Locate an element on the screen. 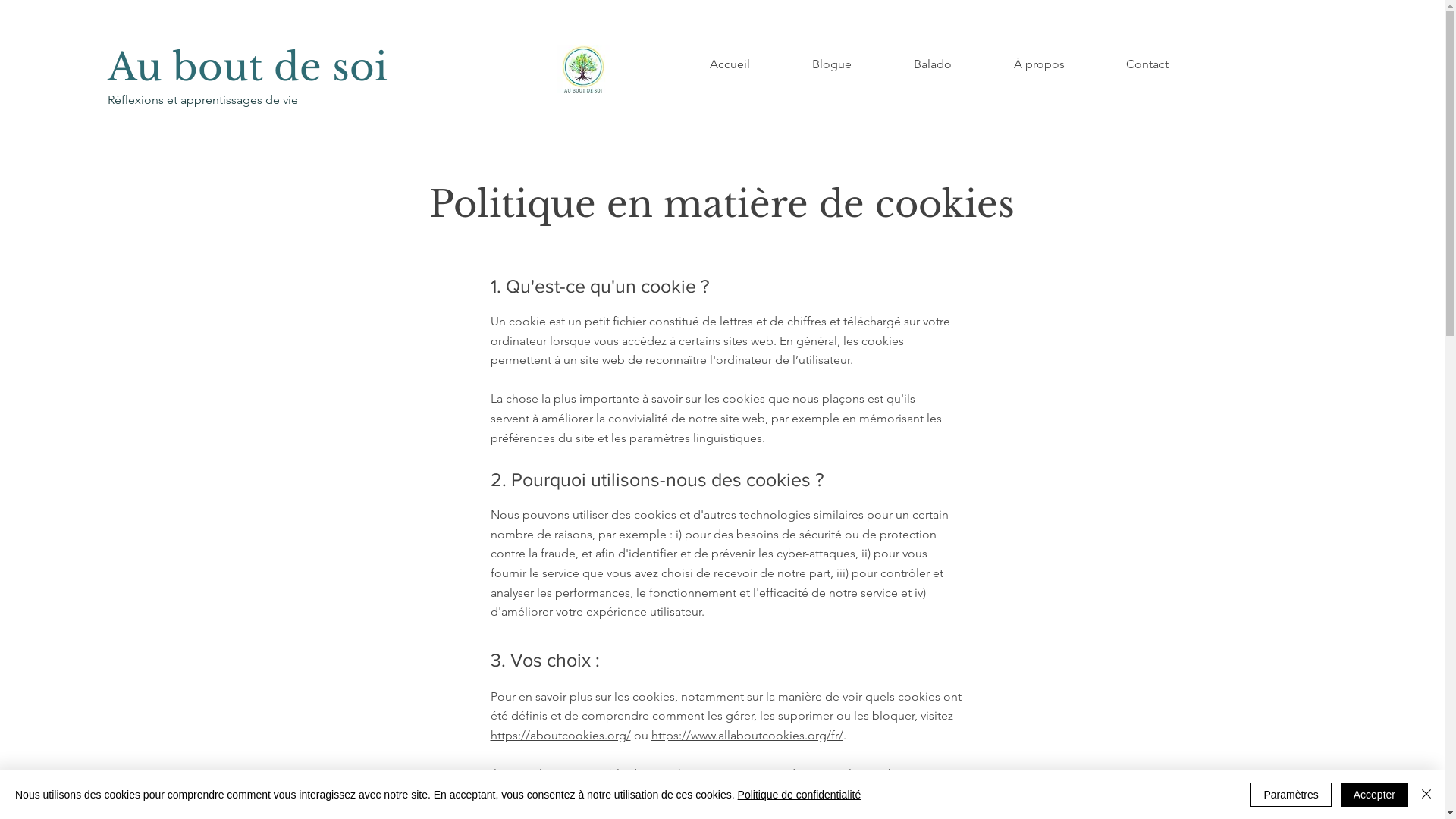  'Blogue' is located at coordinates (781, 63).